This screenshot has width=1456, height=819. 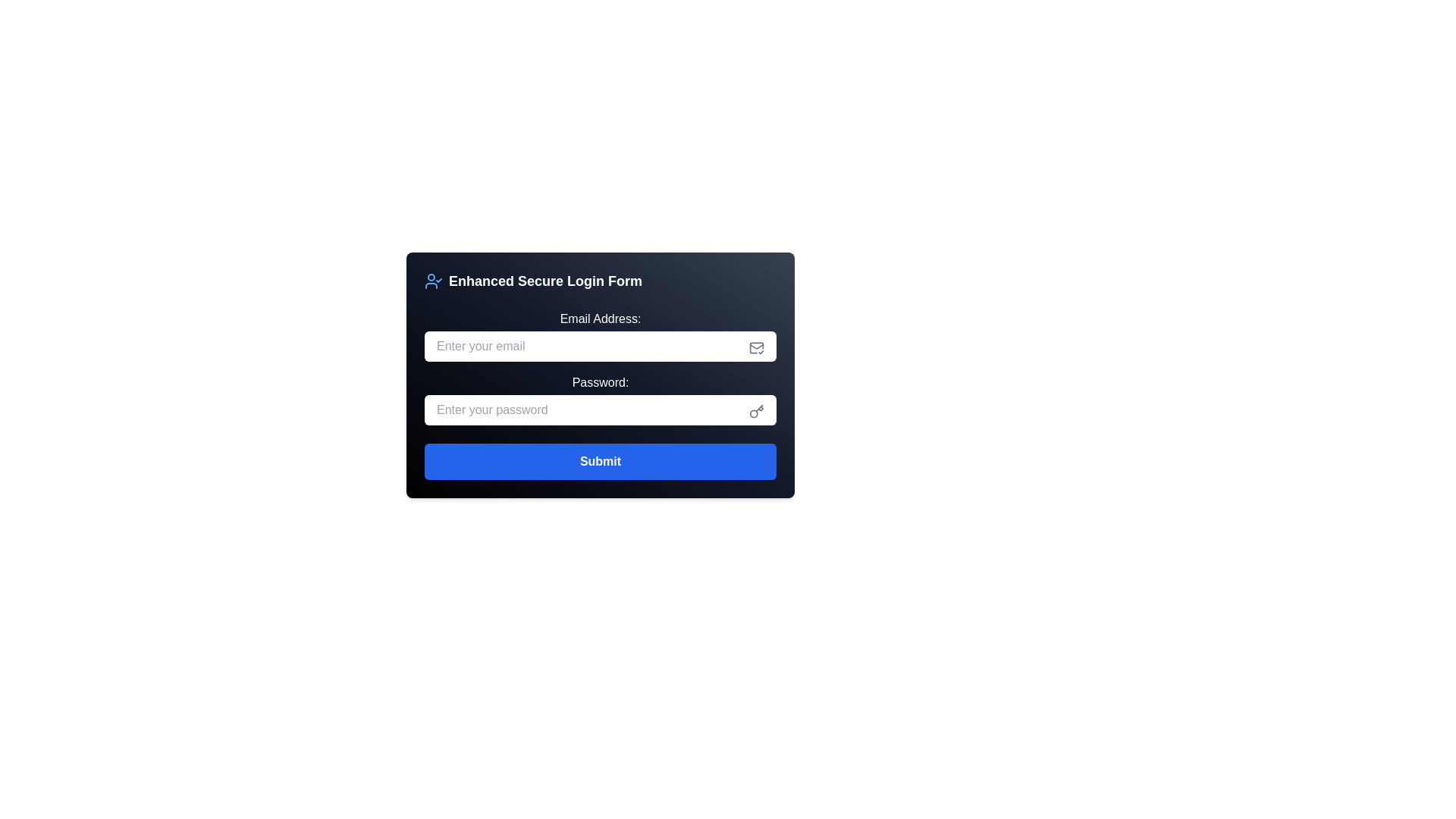 What do you see at coordinates (754, 413) in the screenshot?
I see `the SVG circle element representing the key icon, which is positioned directly to the right of the 'Password' text field` at bounding box center [754, 413].